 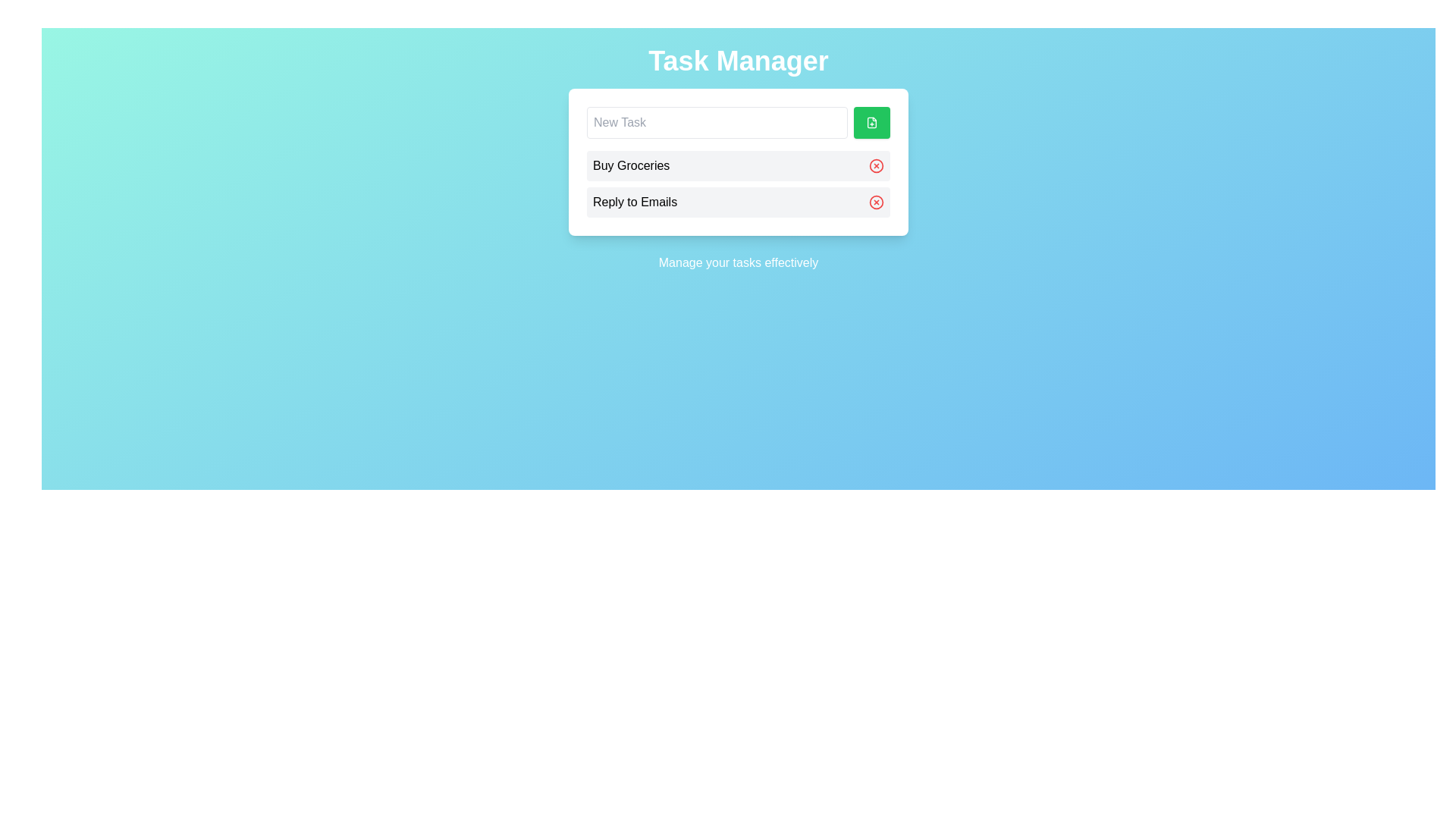 I want to click on the icon within the green button on the right of the input field in the Task Manager interface, so click(x=872, y=122).